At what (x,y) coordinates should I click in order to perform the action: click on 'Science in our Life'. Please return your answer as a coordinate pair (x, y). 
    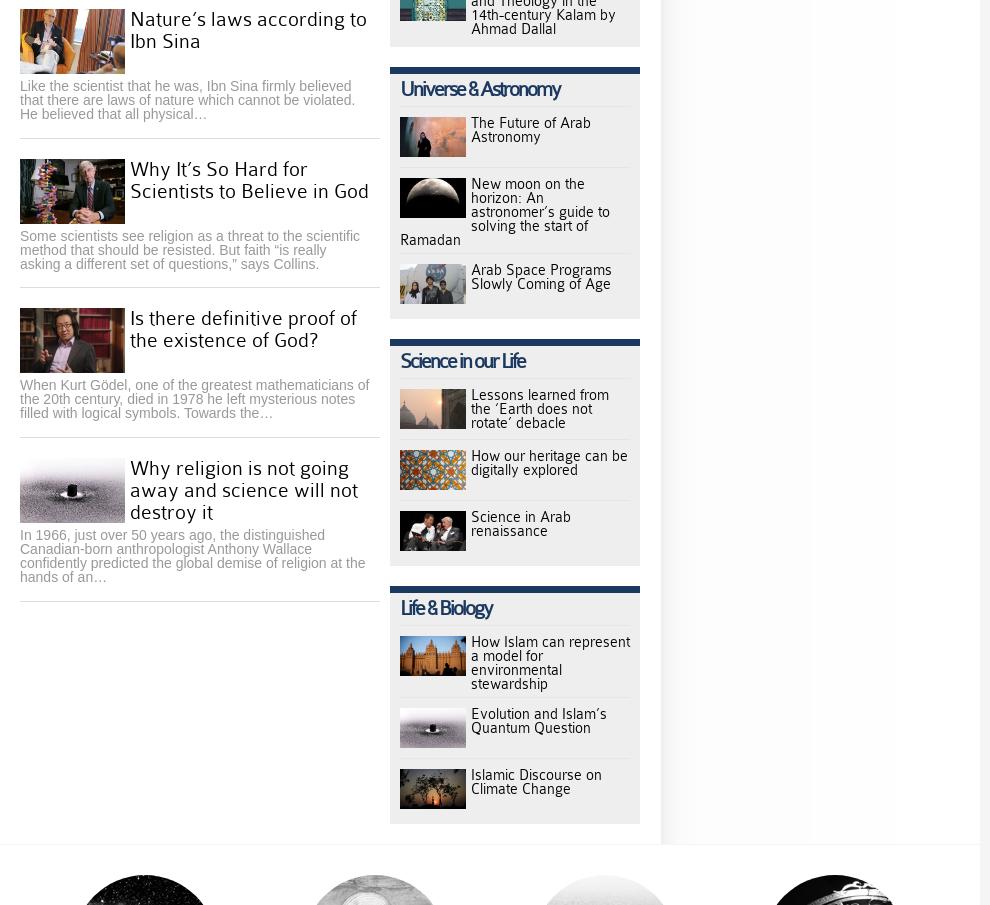
    Looking at the image, I should click on (462, 361).